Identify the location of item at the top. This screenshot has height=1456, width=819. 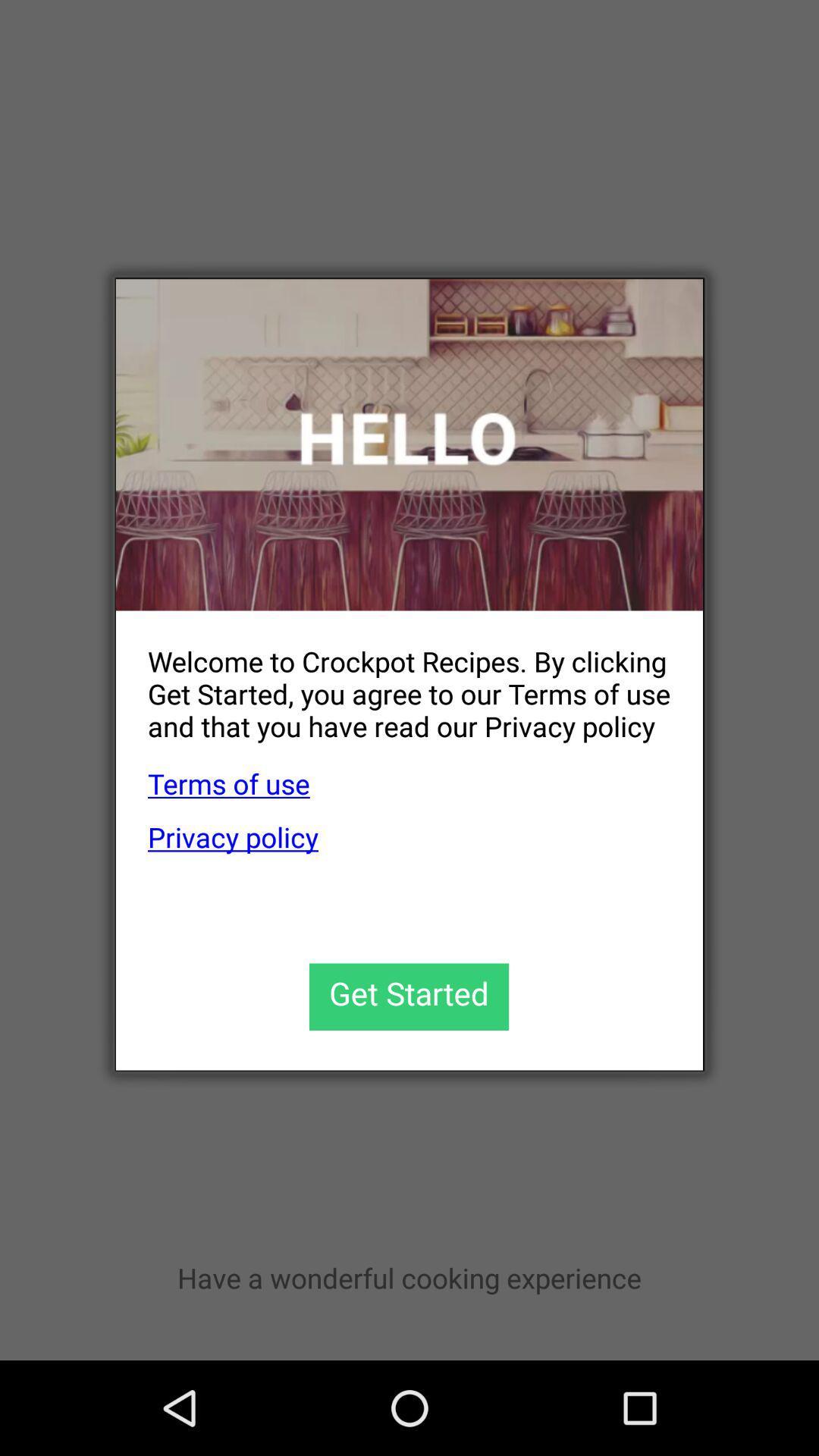
(409, 444).